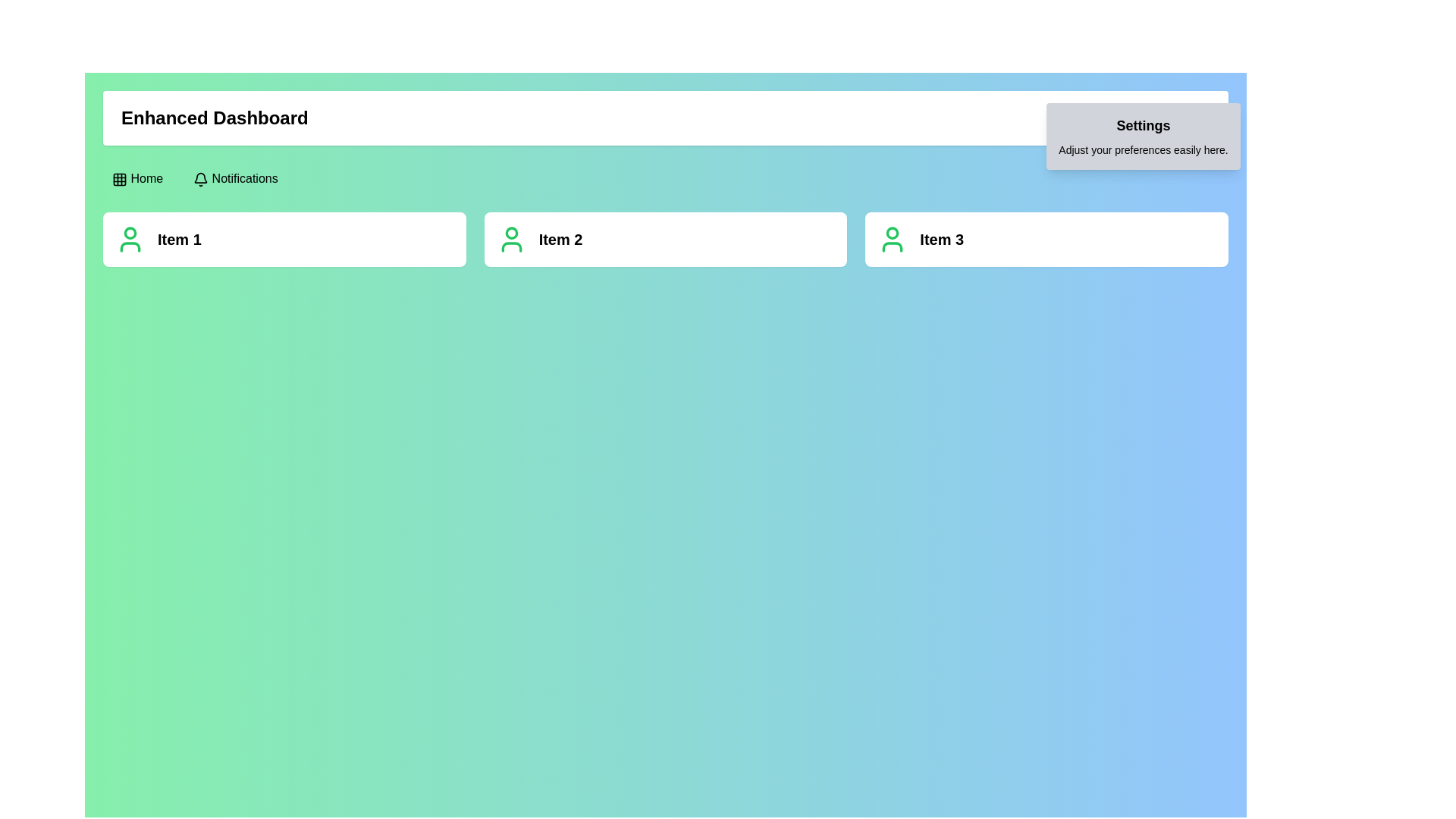 The width and height of the screenshot is (1456, 819). I want to click on the text label 'Enhanced Dashboard' which is styled with bold and extra-large font located in the top left area of the interface, so click(214, 117).